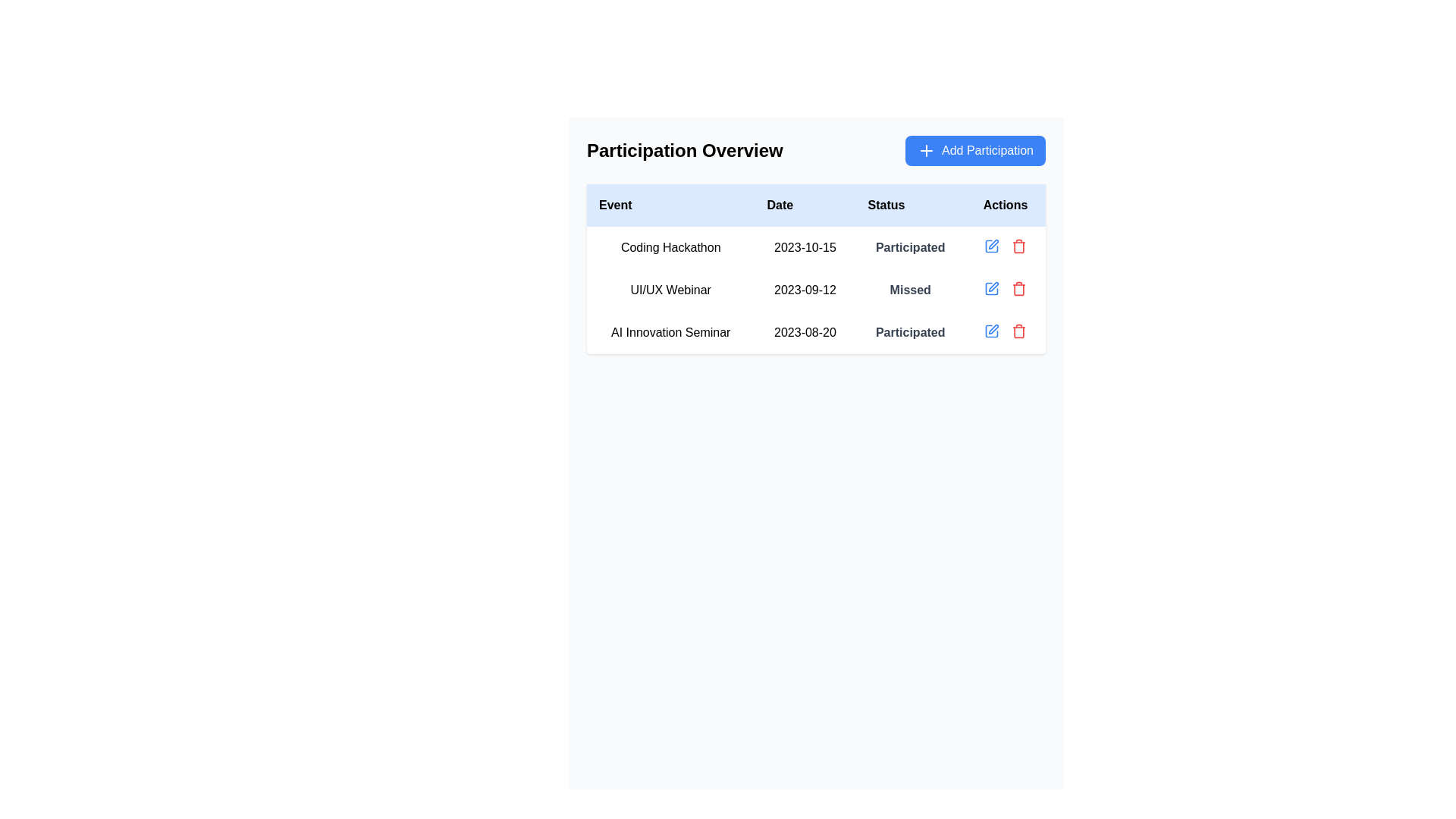  I want to click on the interactive edit icon, which is a small blue square icon located in the 'Actions' column of the data table for the 'UI/UX Webinar' entry, so click(991, 330).